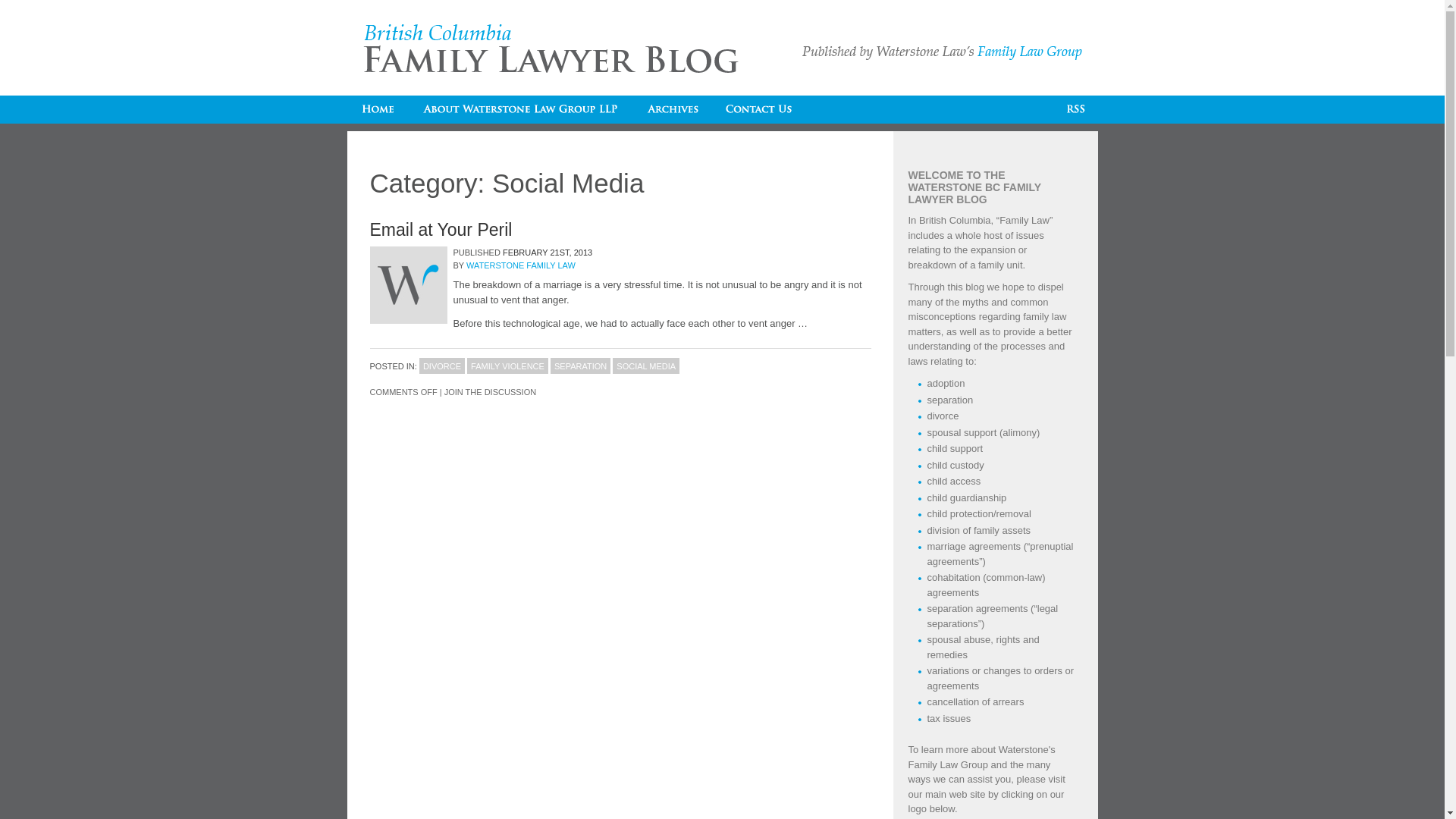 The width and height of the screenshot is (1456, 819). What do you see at coordinates (759, 108) in the screenshot?
I see `'Contact Us'` at bounding box center [759, 108].